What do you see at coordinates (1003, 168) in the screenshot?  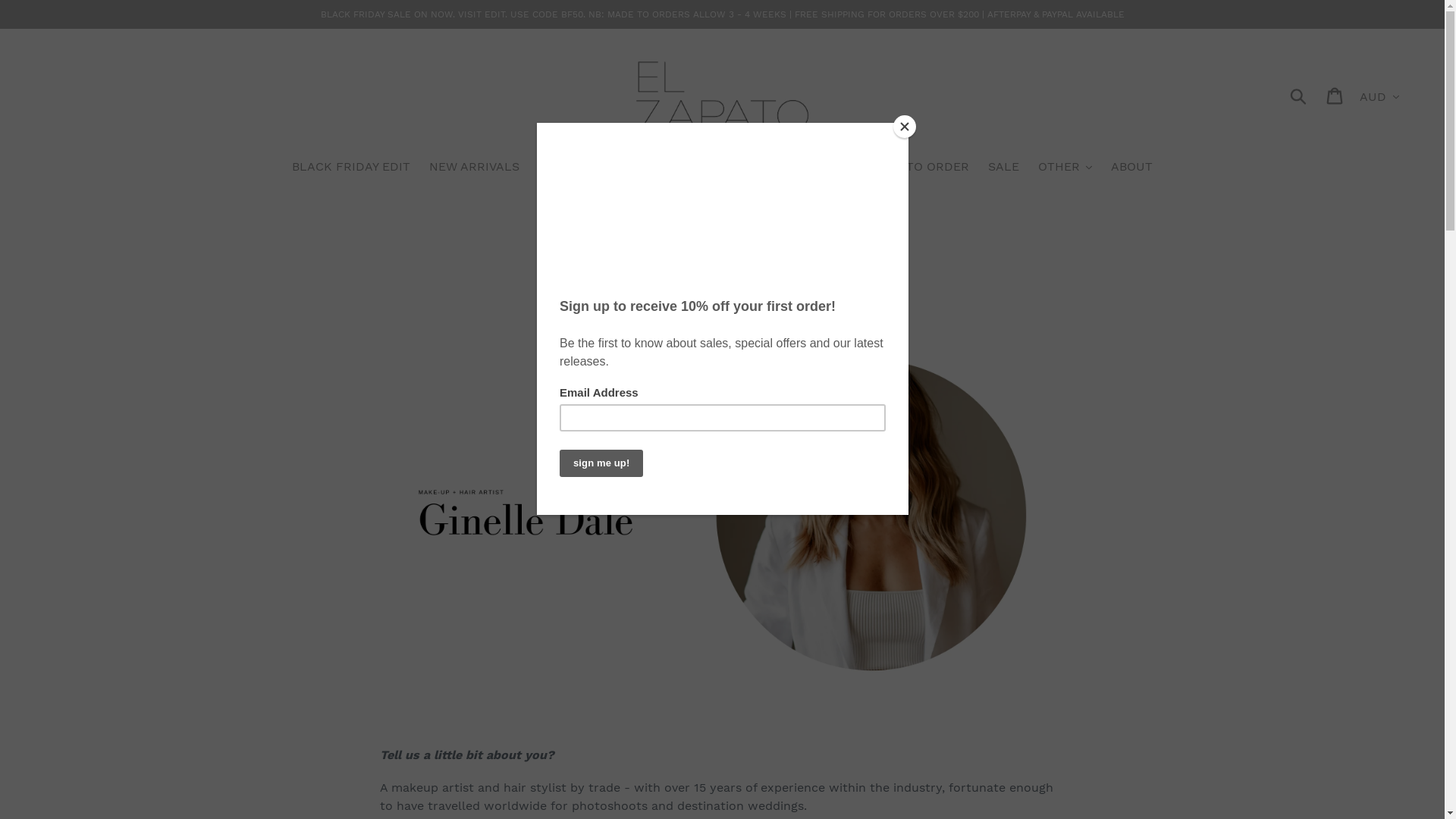 I see `'SALE'` at bounding box center [1003, 168].